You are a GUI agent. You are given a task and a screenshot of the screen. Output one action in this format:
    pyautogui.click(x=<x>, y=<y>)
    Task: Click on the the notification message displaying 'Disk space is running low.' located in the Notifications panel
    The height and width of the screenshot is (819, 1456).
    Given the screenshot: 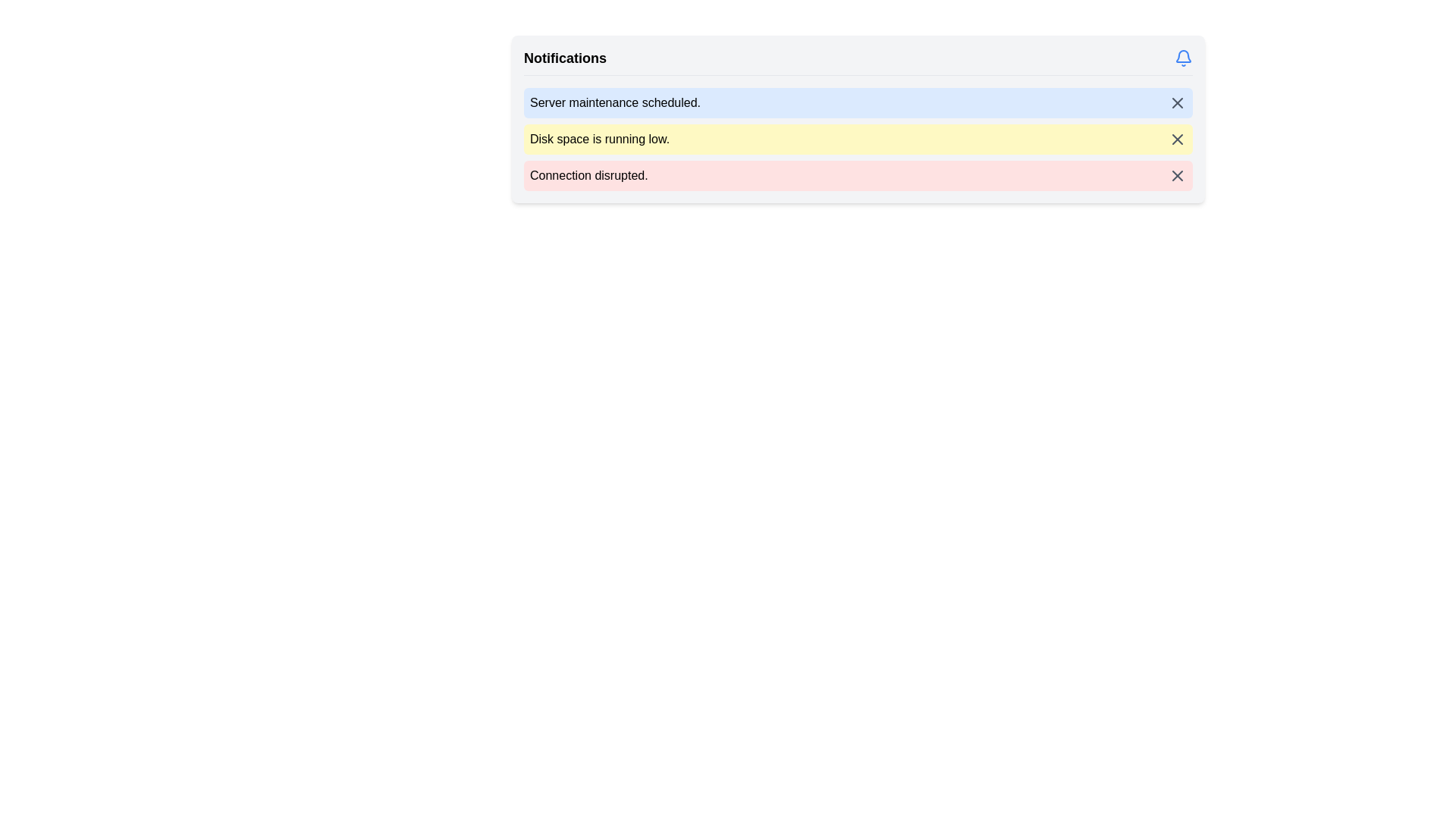 What is the action you would take?
    pyautogui.click(x=858, y=140)
    